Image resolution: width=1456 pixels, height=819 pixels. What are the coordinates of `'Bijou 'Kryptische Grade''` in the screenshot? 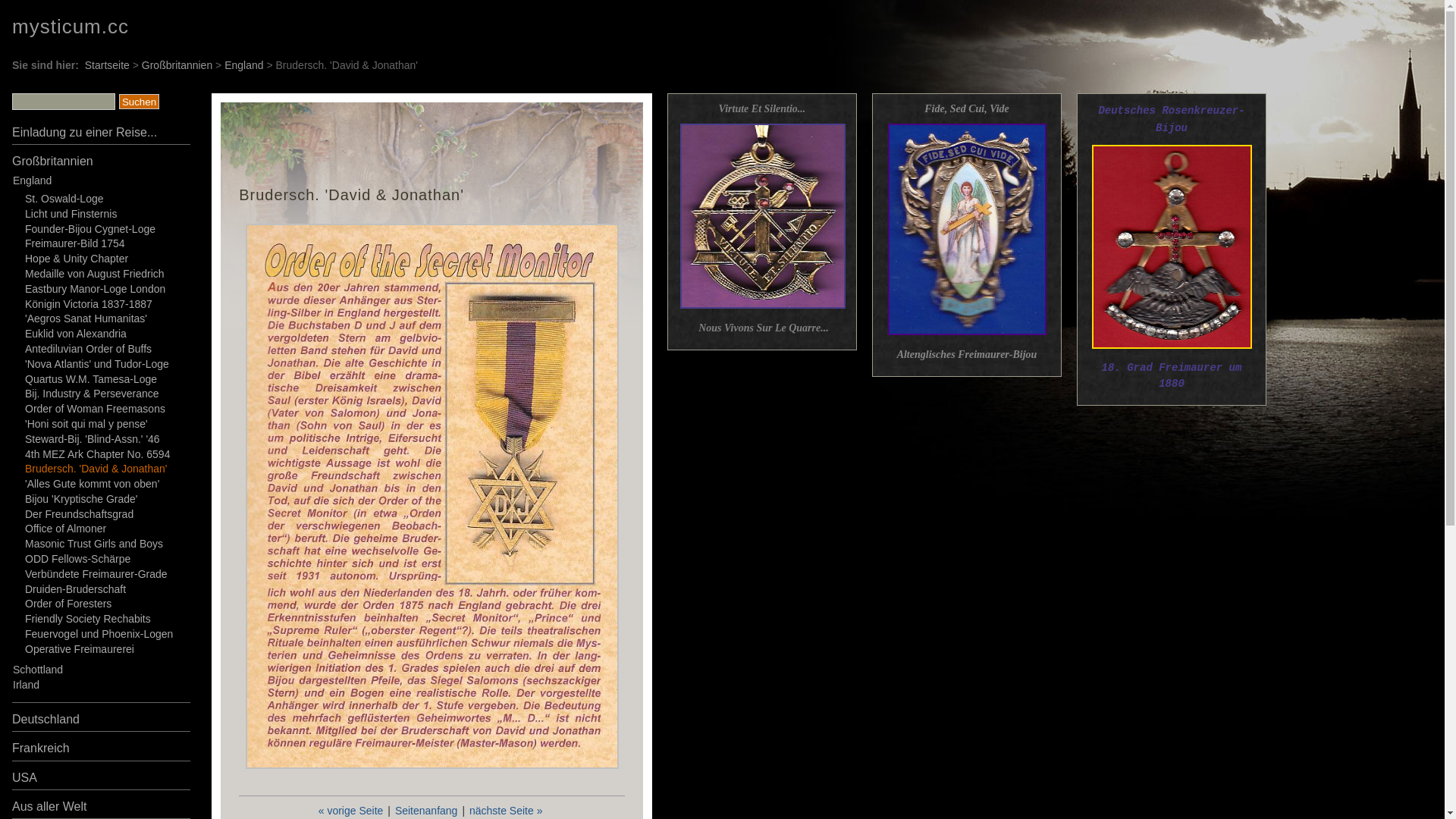 It's located at (80, 499).